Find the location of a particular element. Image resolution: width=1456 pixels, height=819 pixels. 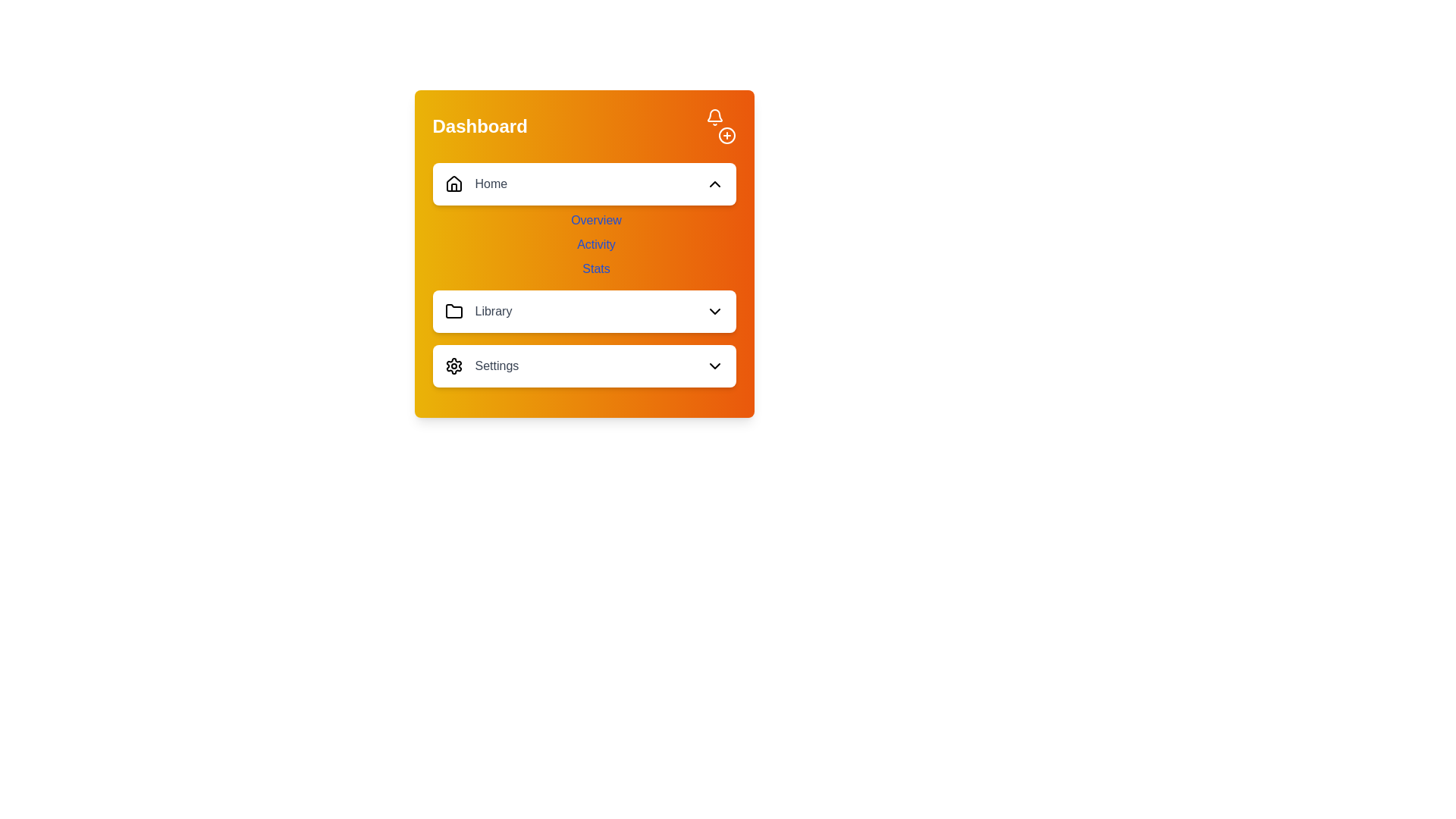

the group of three hyperlink texts labeled 'Overview', 'Activity', and 'Stats' is located at coordinates (583, 281).